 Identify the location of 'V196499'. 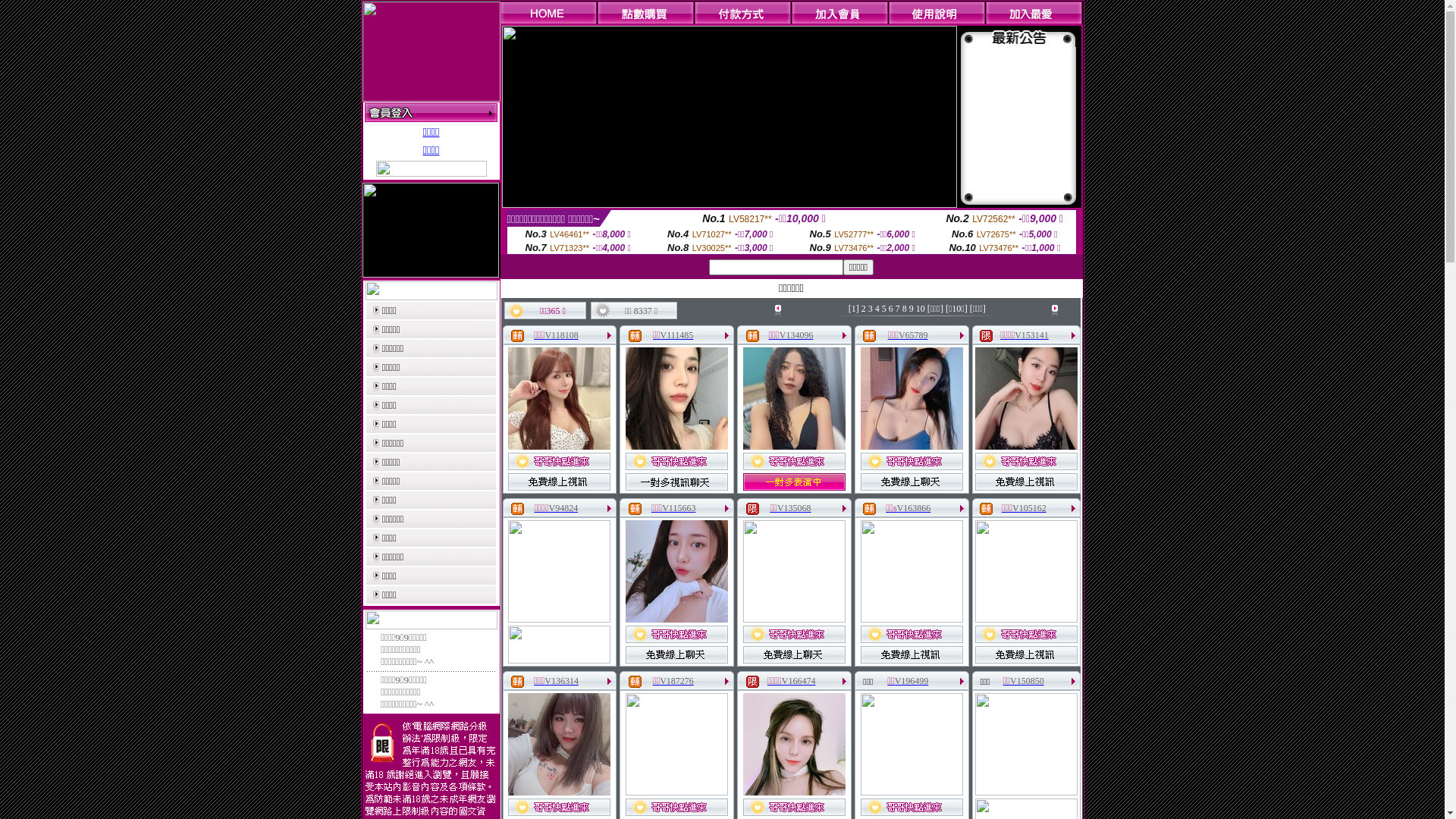
(911, 680).